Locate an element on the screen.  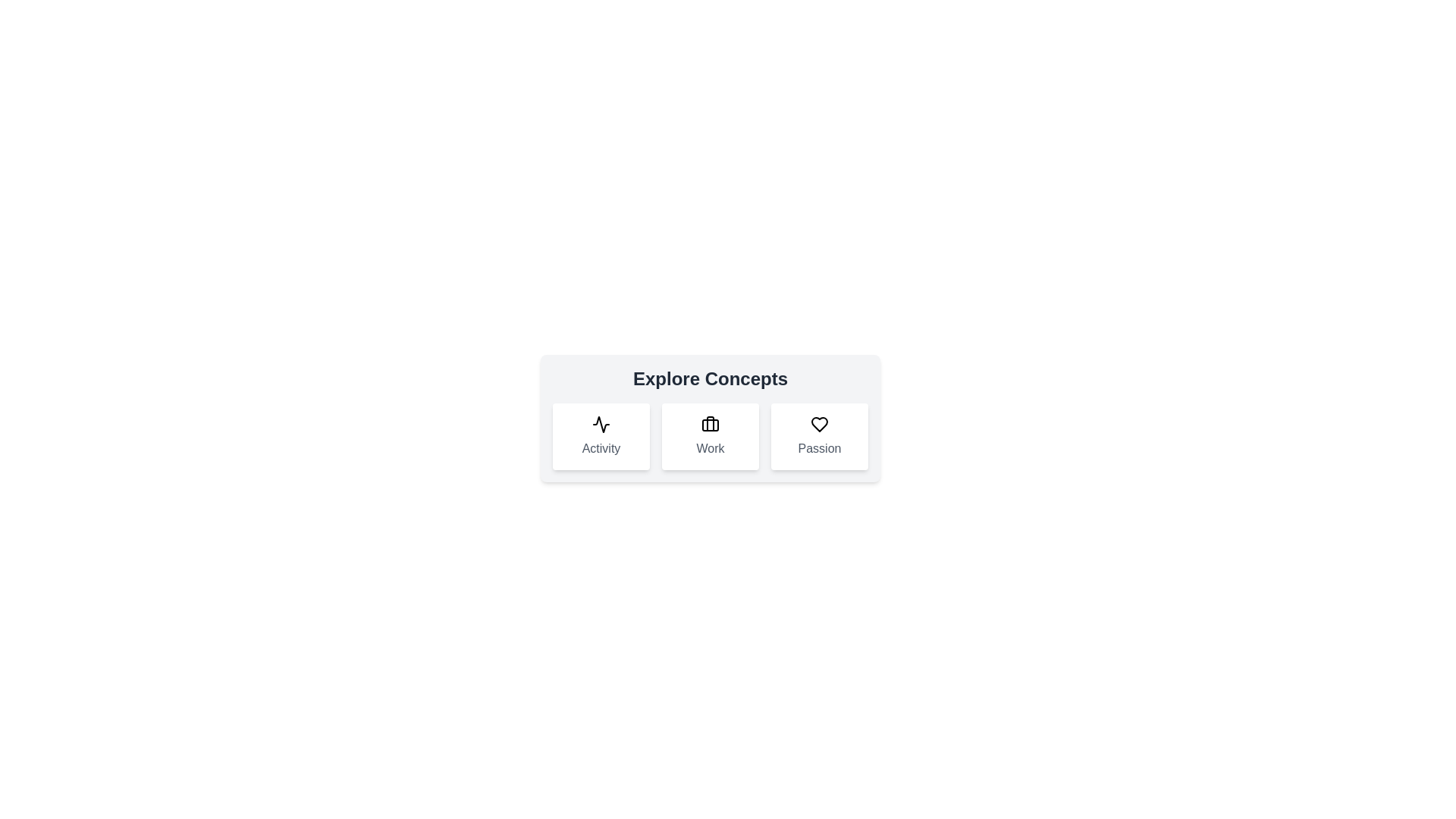
the selectable item with icon and label representing the 'Work' category, located centrally beneath the 'Explore Concepts' heading is located at coordinates (709, 436).